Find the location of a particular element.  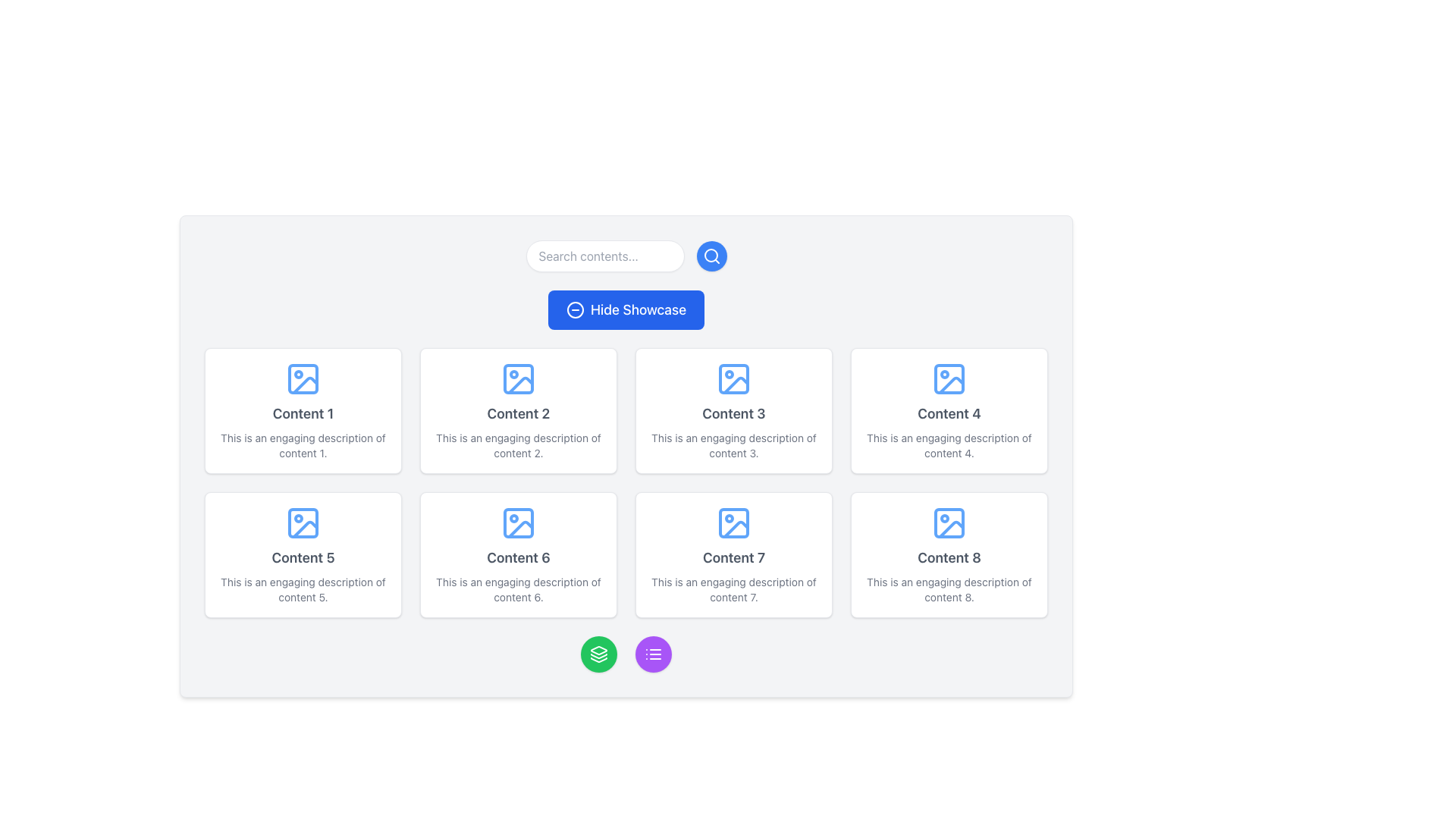

the text block that provides descriptive details about 'Content 4', located in the top-right quadrant of a grid layout, directly below the text 'Content 4' is located at coordinates (949, 444).